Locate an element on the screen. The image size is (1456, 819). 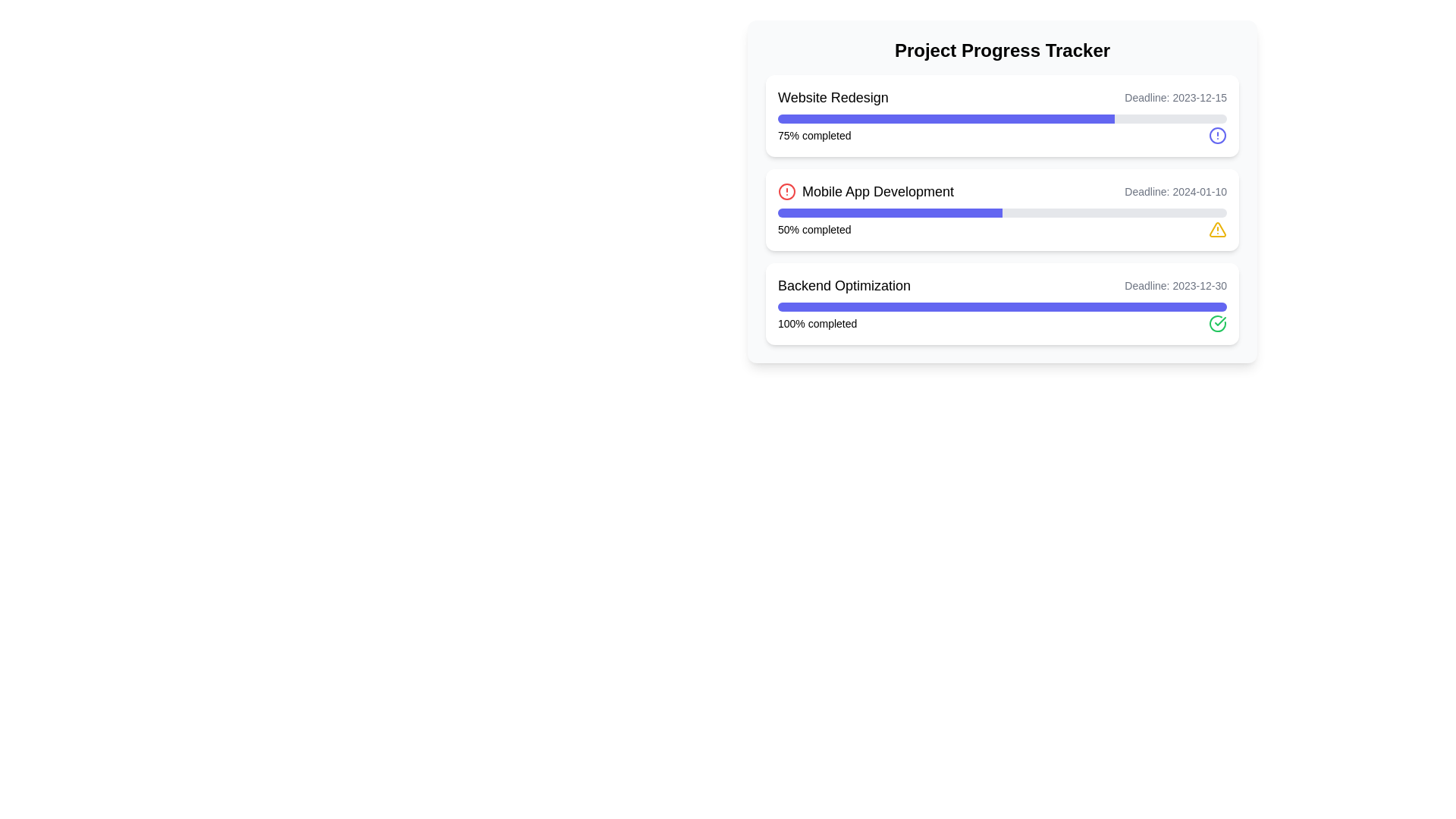
the horizontal progress bar with rounded ends, styled in light gray with a solid red filling, located within the 'Backend Optimization' card, just above the '100% completed' label is located at coordinates (1002, 307).